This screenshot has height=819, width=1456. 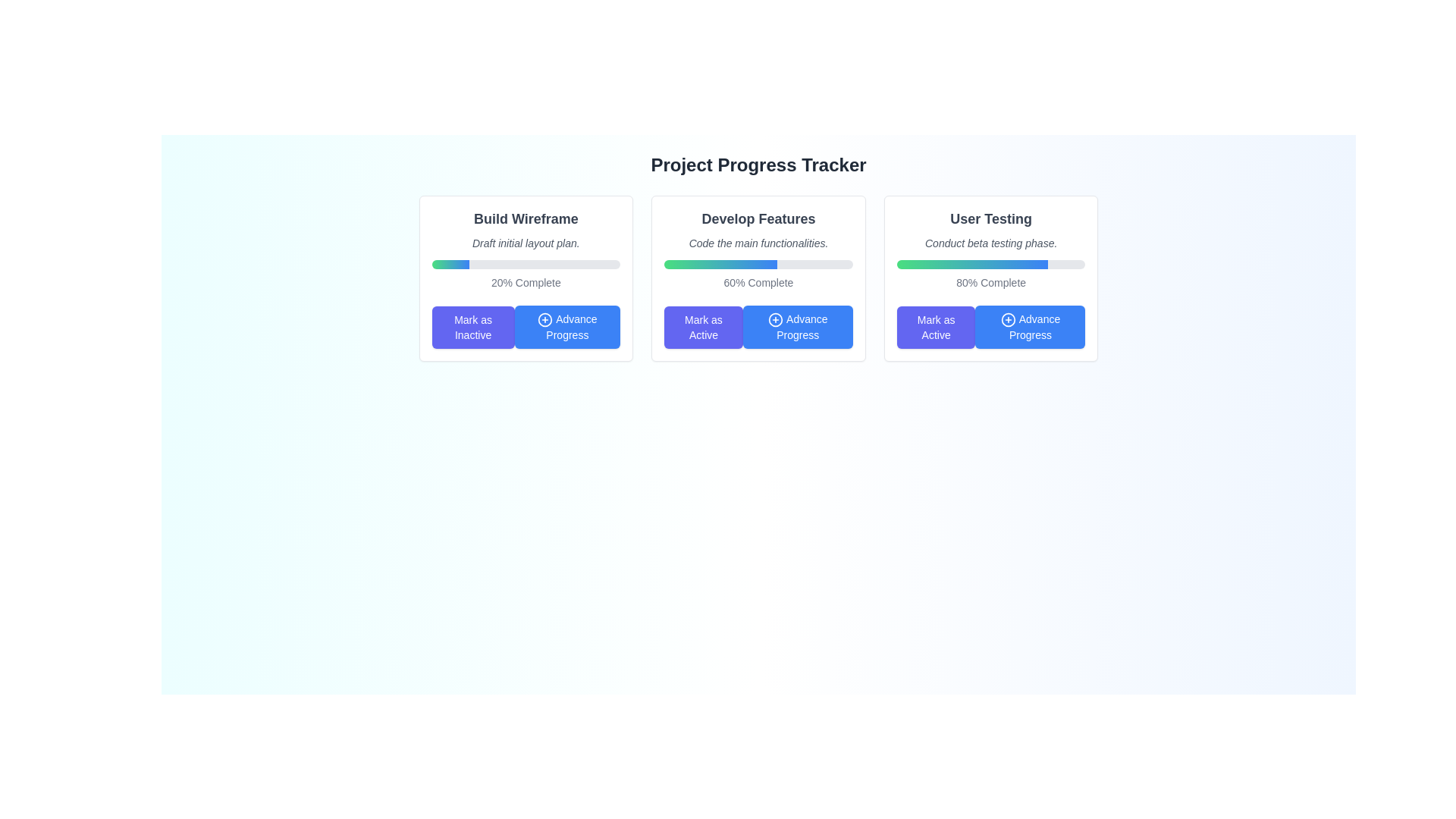 What do you see at coordinates (526, 283) in the screenshot?
I see `the text label that indicates the percentage of completion below the progress bar in the 'Build Wireframe' card` at bounding box center [526, 283].